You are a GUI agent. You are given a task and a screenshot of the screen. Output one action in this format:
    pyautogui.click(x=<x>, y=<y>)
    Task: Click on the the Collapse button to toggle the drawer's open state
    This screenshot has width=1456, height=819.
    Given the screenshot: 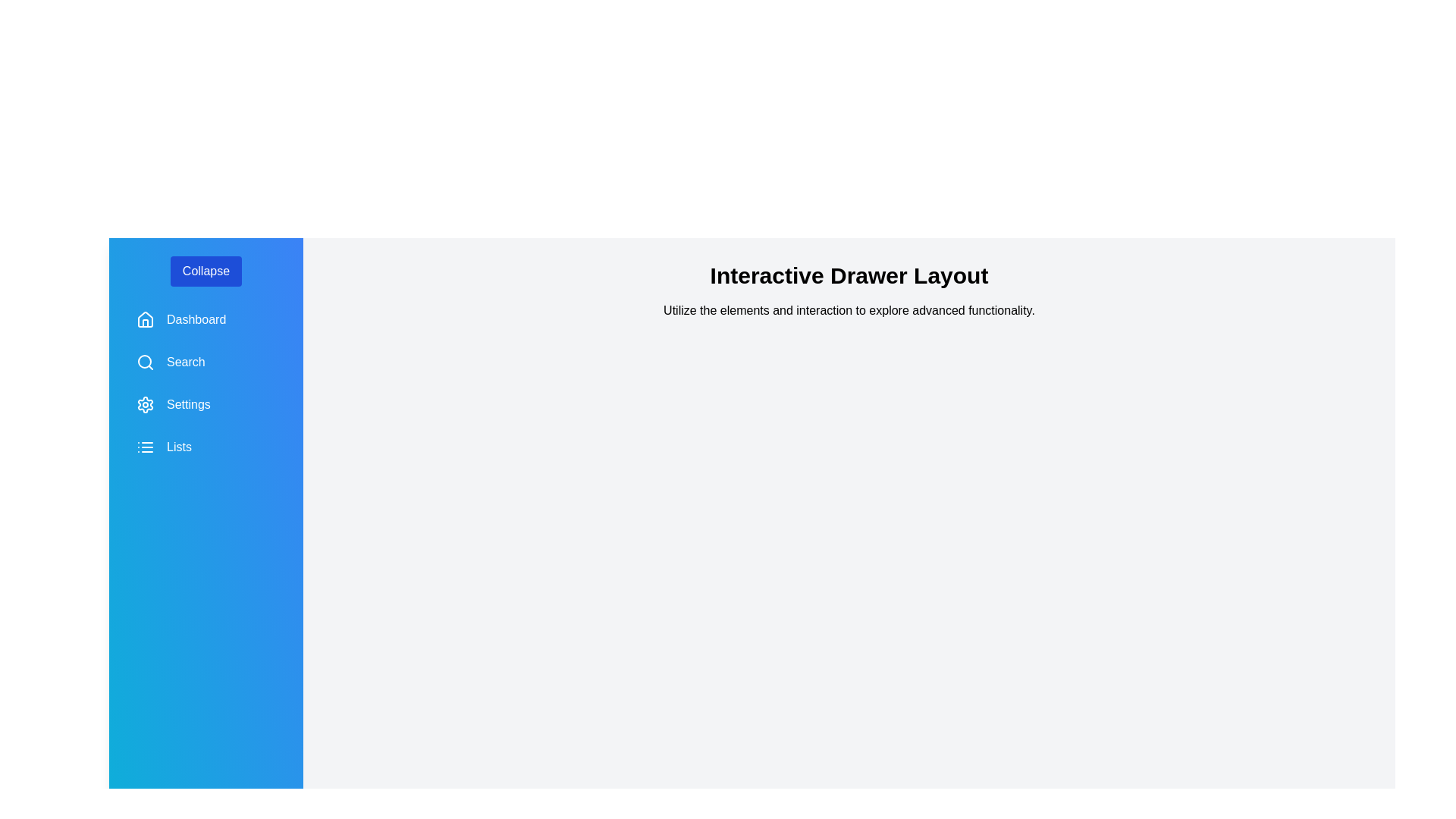 What is the action you would take?
    pyautogui.click(x=206, y=271)
    